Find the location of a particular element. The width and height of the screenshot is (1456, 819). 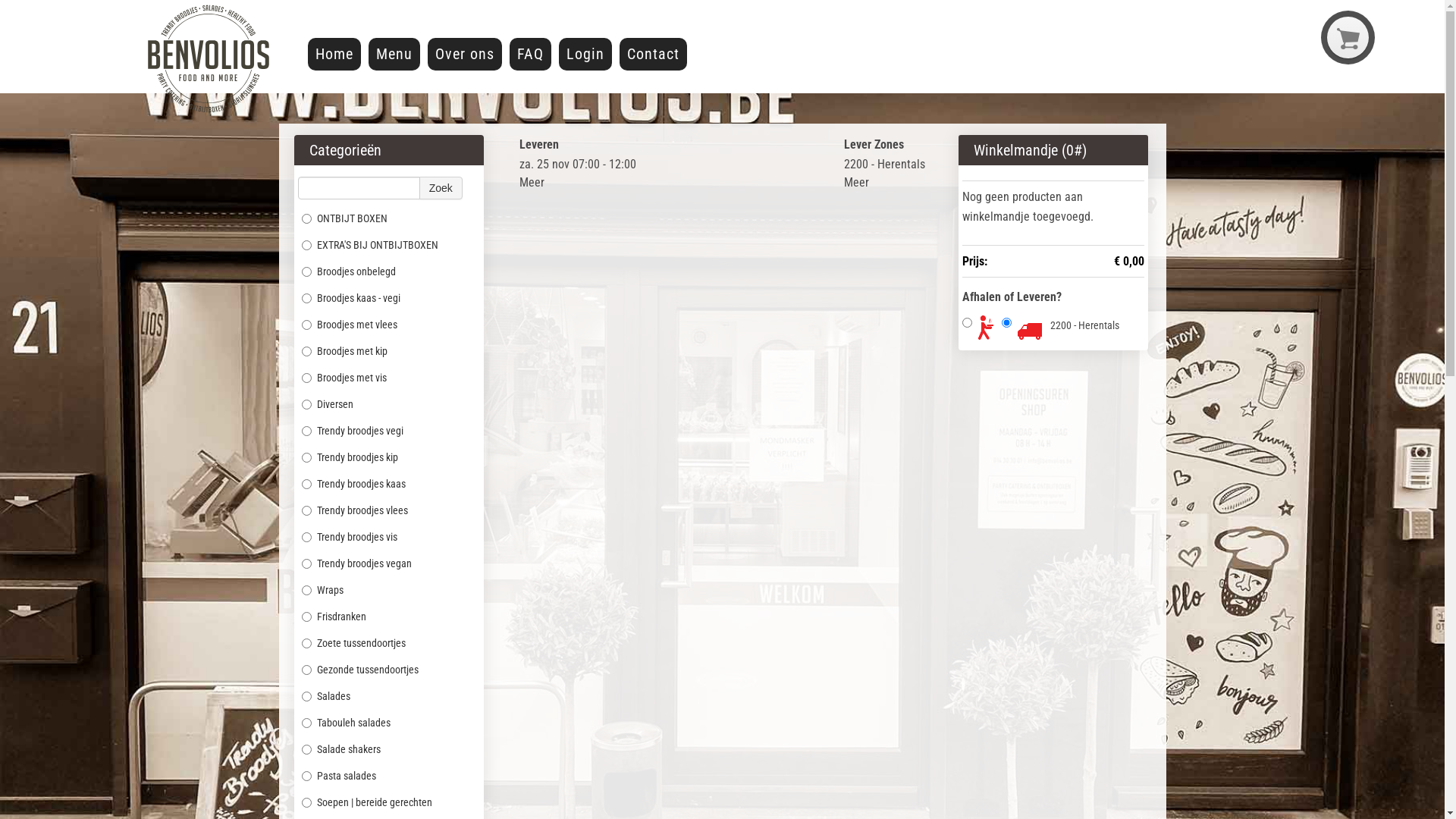

'Meer' is located at coordinates (532, 181).